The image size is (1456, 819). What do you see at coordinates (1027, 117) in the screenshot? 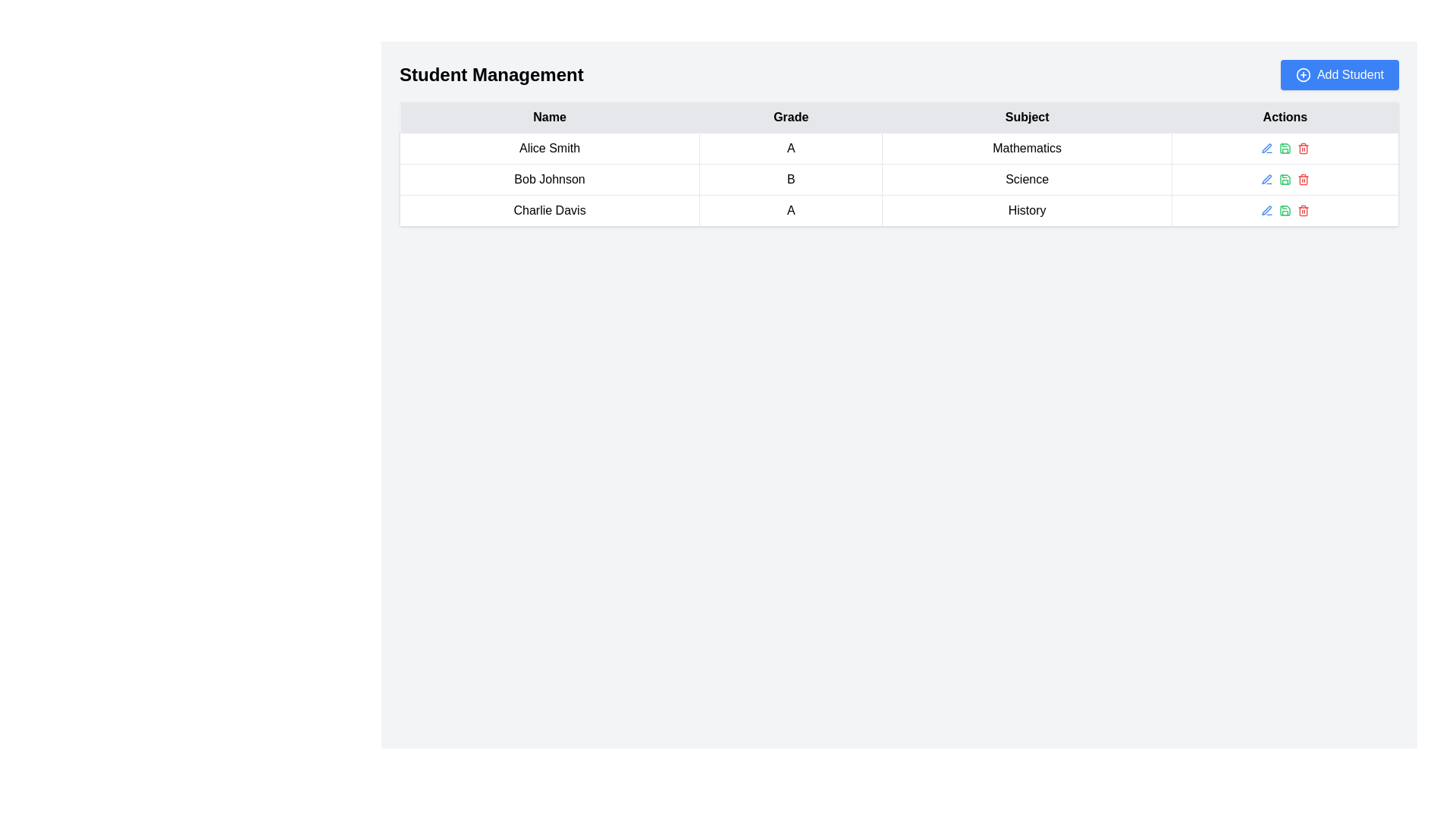
I see `the Table Header Cell labeled 'Subject', which is the third column header in the table, positioned between 'Grade' and 'Actions'` at bounding box center [1027, 117].